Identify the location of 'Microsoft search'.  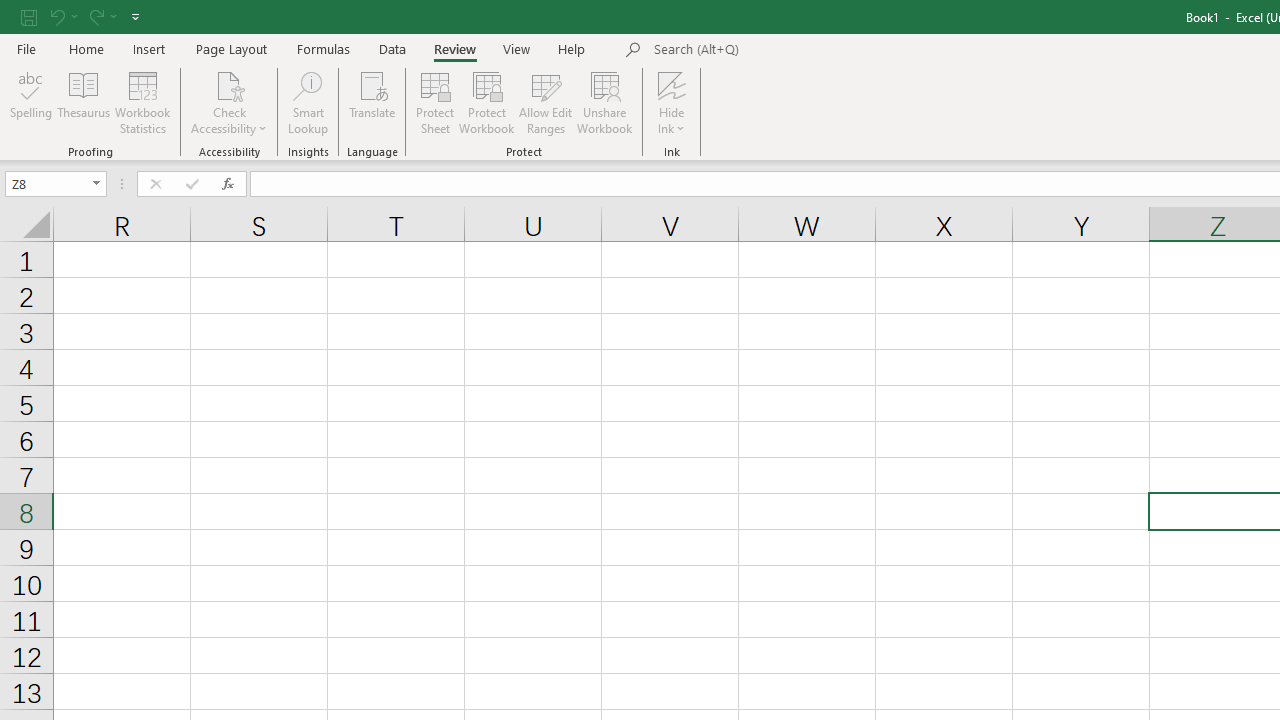
(791, 49).